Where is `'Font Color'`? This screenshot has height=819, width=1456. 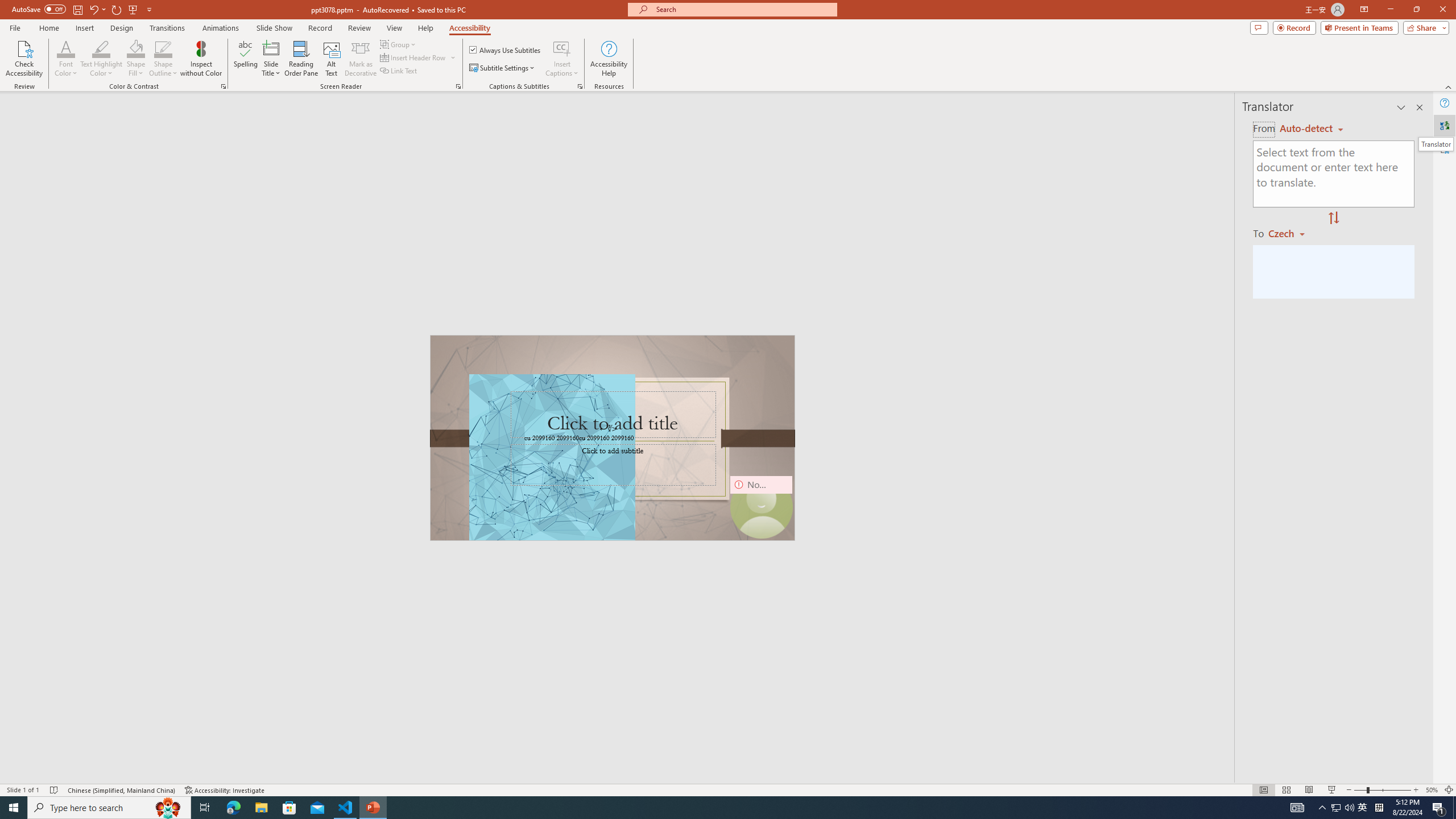 'Font Color' is located at coordinates (65, 59).